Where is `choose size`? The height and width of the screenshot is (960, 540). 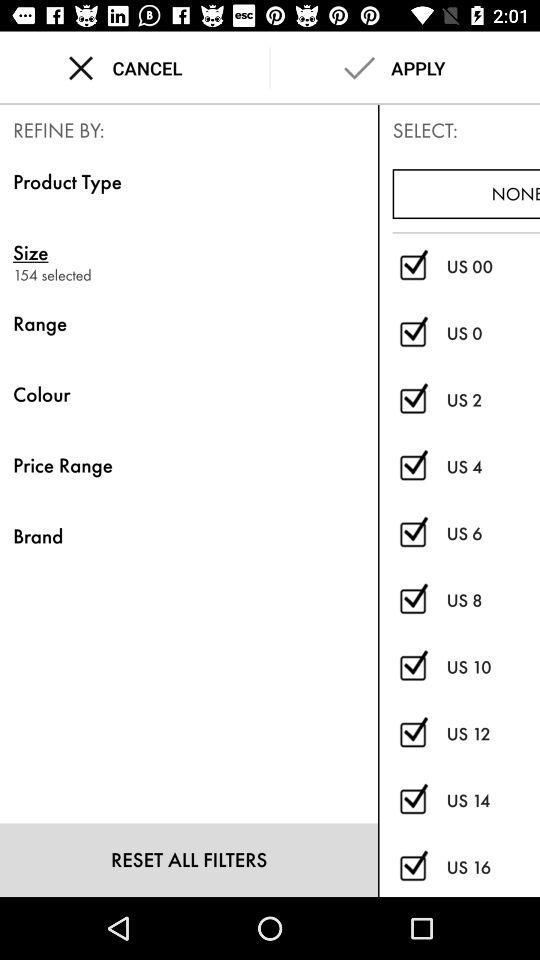
choose size is located at coordinates (412, 866).